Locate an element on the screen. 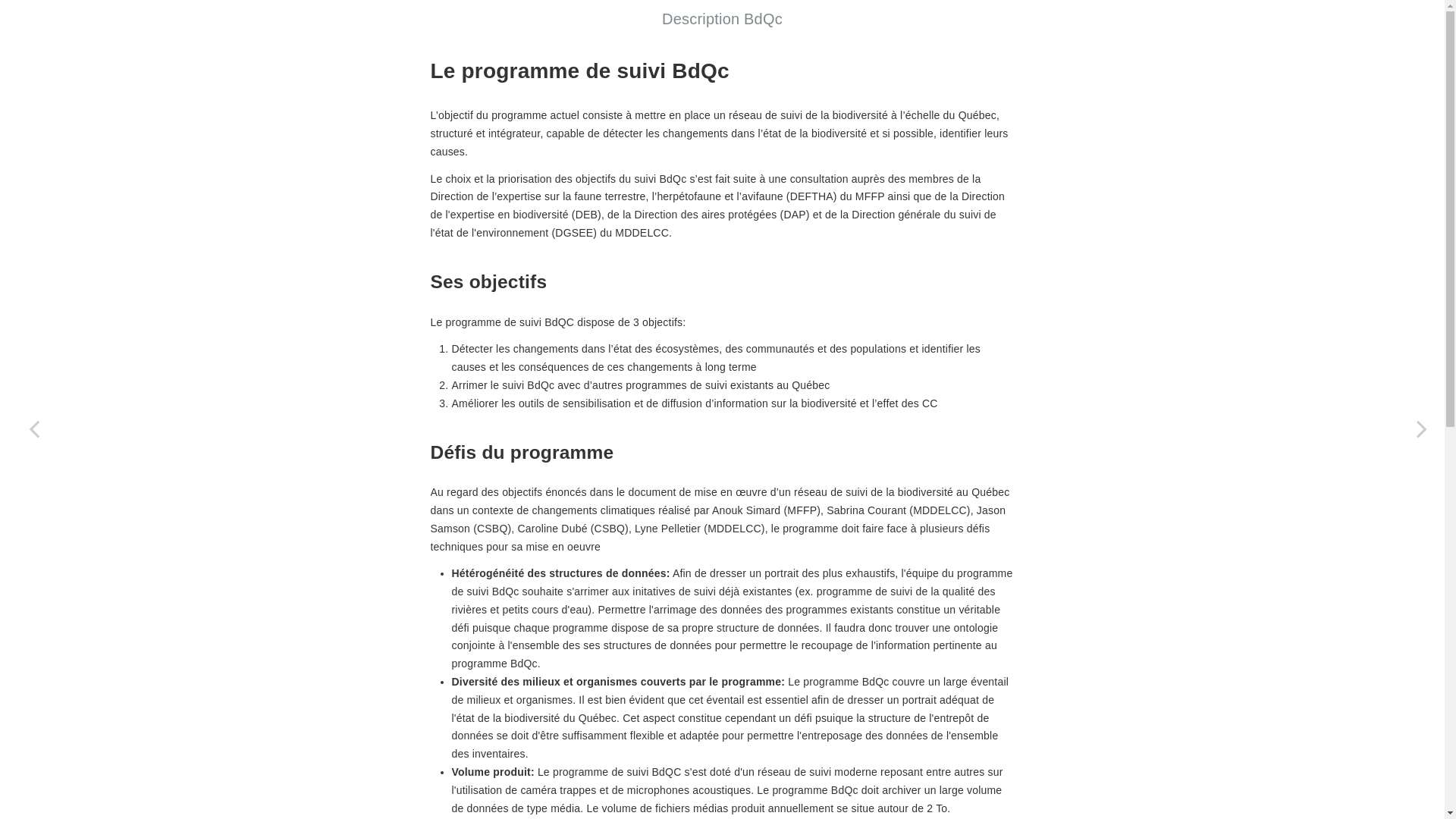 The width and height of the screenshot is (1456, 819). 'Description BdQc' is located at coordinates (662, 18).